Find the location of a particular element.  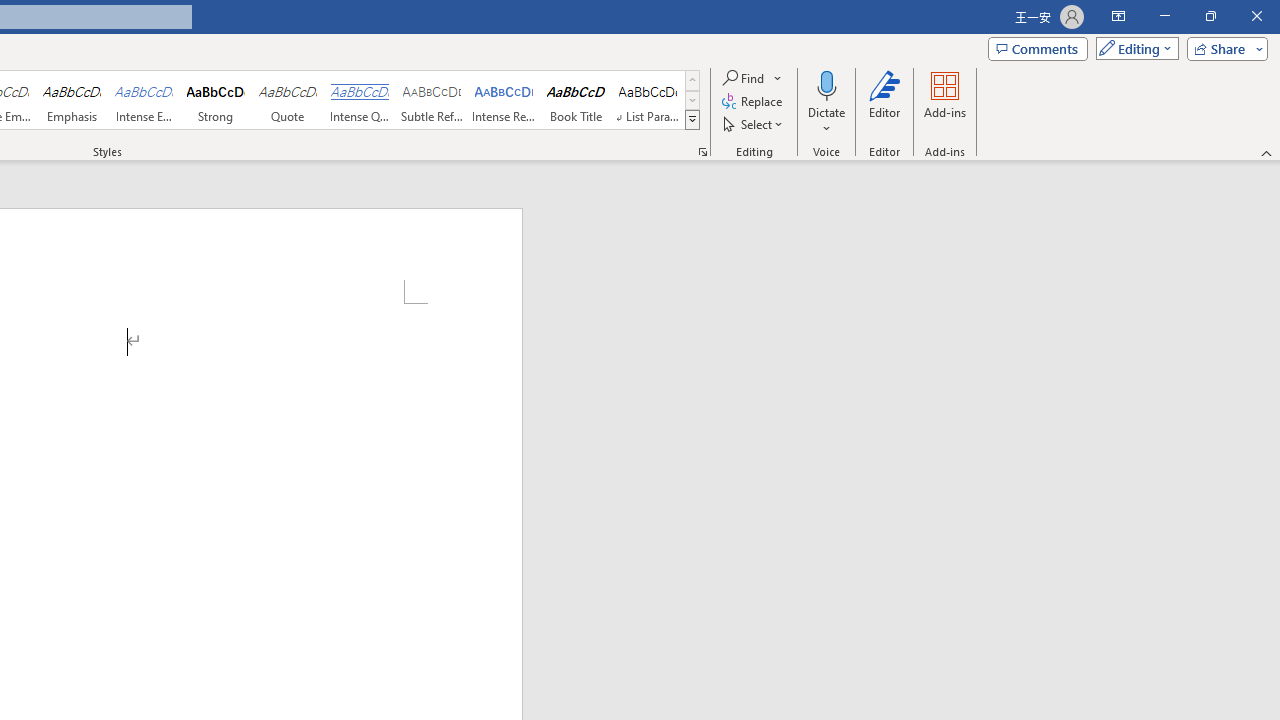

'Intense Reference' is located at coordinates (504, 100).